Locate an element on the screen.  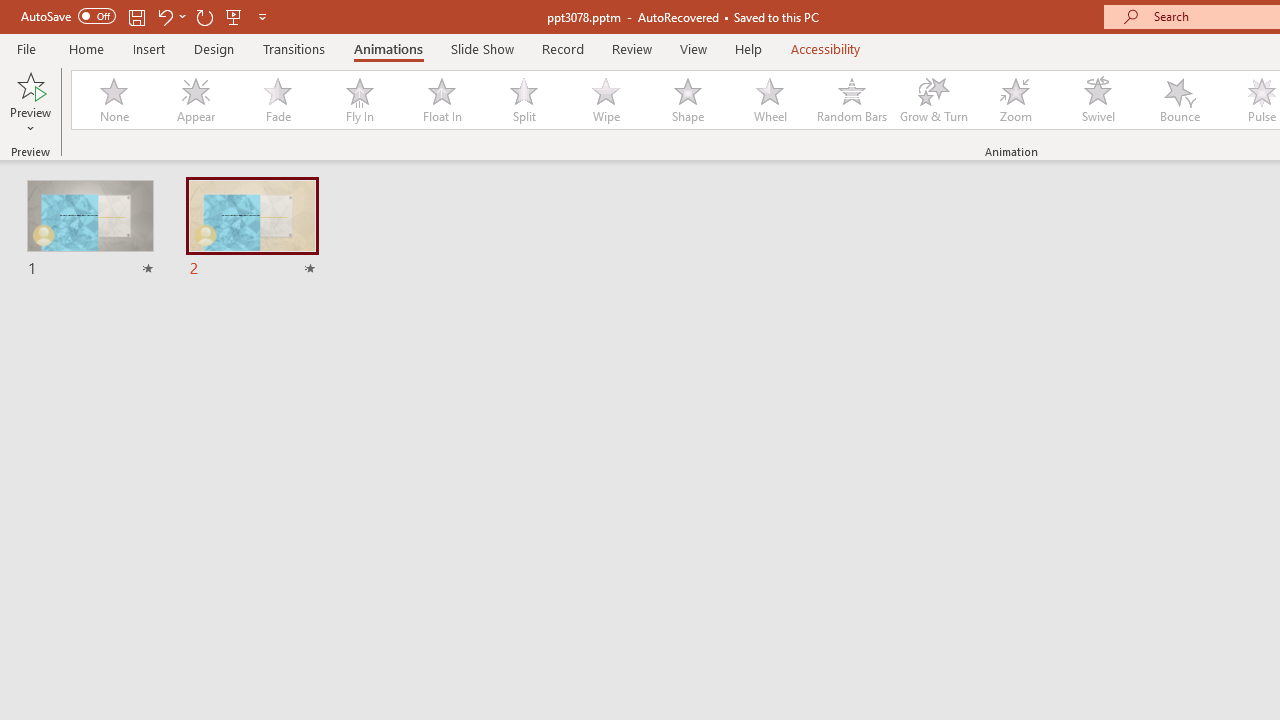
'Wipe' is located at coordinates (604, 100).